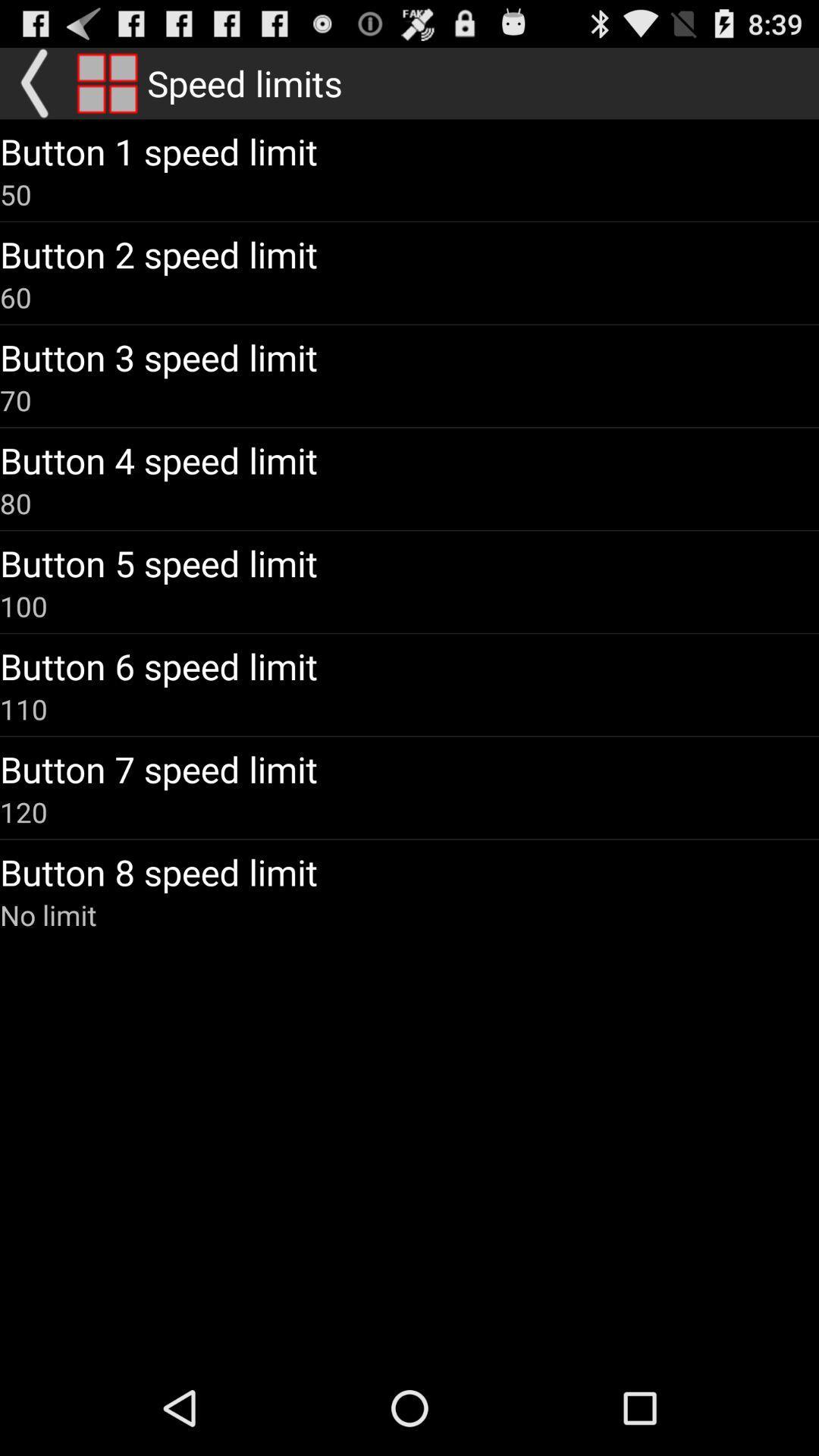  Describe the element at coordinates (15, 193) in the screenshot. I see `50 item` at that location.